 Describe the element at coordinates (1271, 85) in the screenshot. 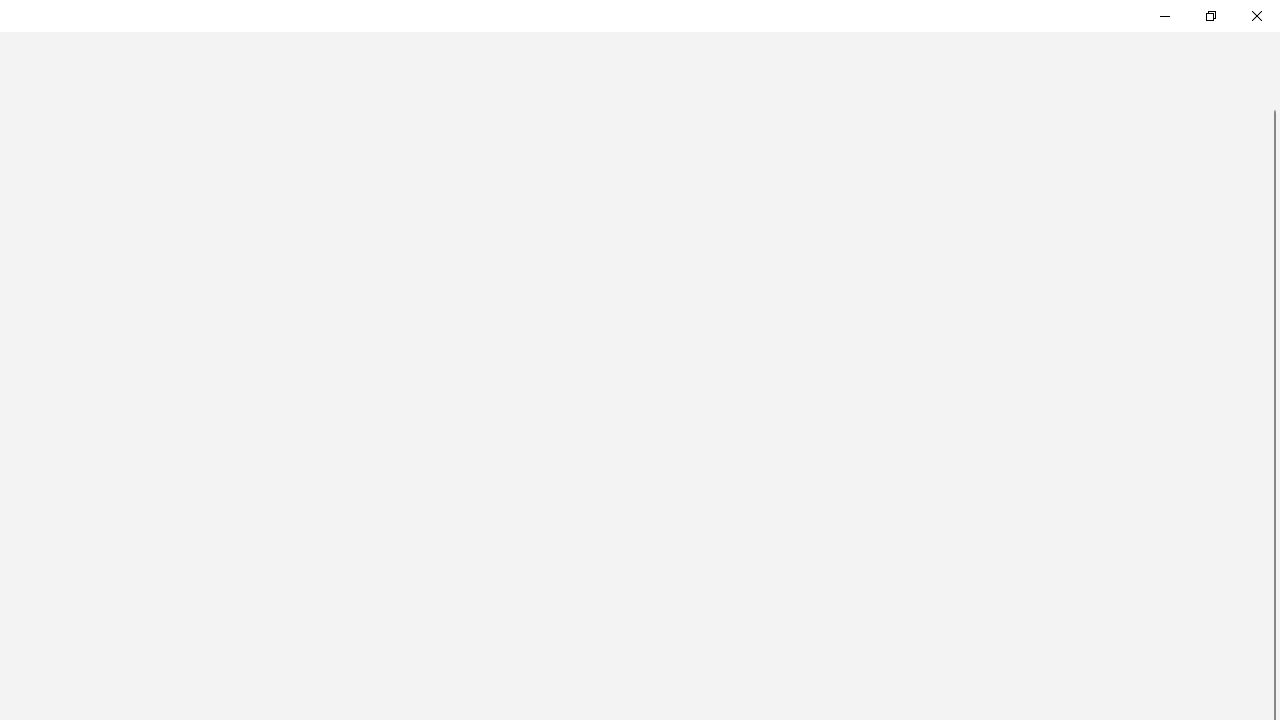

I see `'Vertical Small Decrease'` at that location.